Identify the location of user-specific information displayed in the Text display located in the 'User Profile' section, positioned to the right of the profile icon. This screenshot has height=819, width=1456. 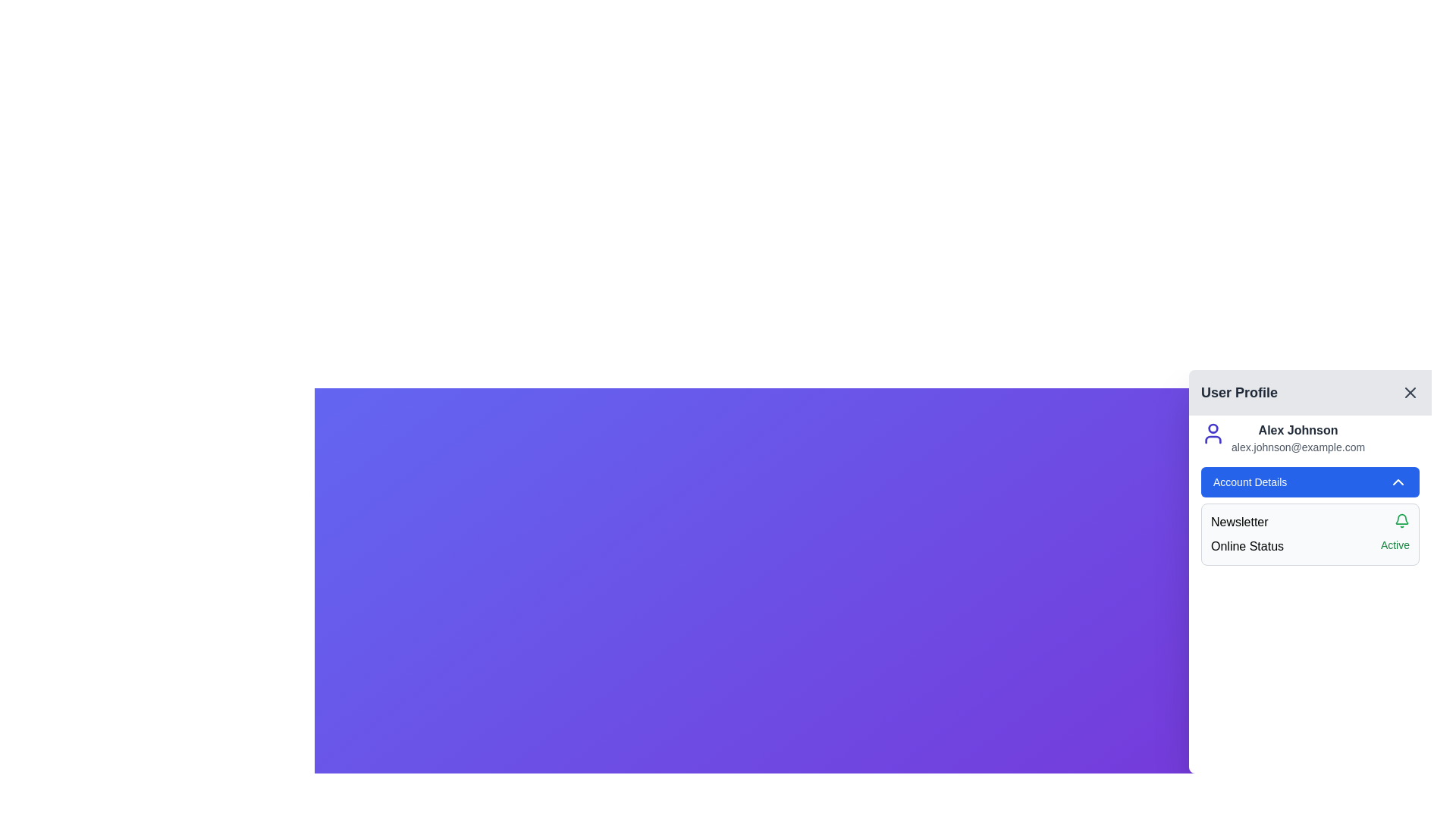
(1298, 438).